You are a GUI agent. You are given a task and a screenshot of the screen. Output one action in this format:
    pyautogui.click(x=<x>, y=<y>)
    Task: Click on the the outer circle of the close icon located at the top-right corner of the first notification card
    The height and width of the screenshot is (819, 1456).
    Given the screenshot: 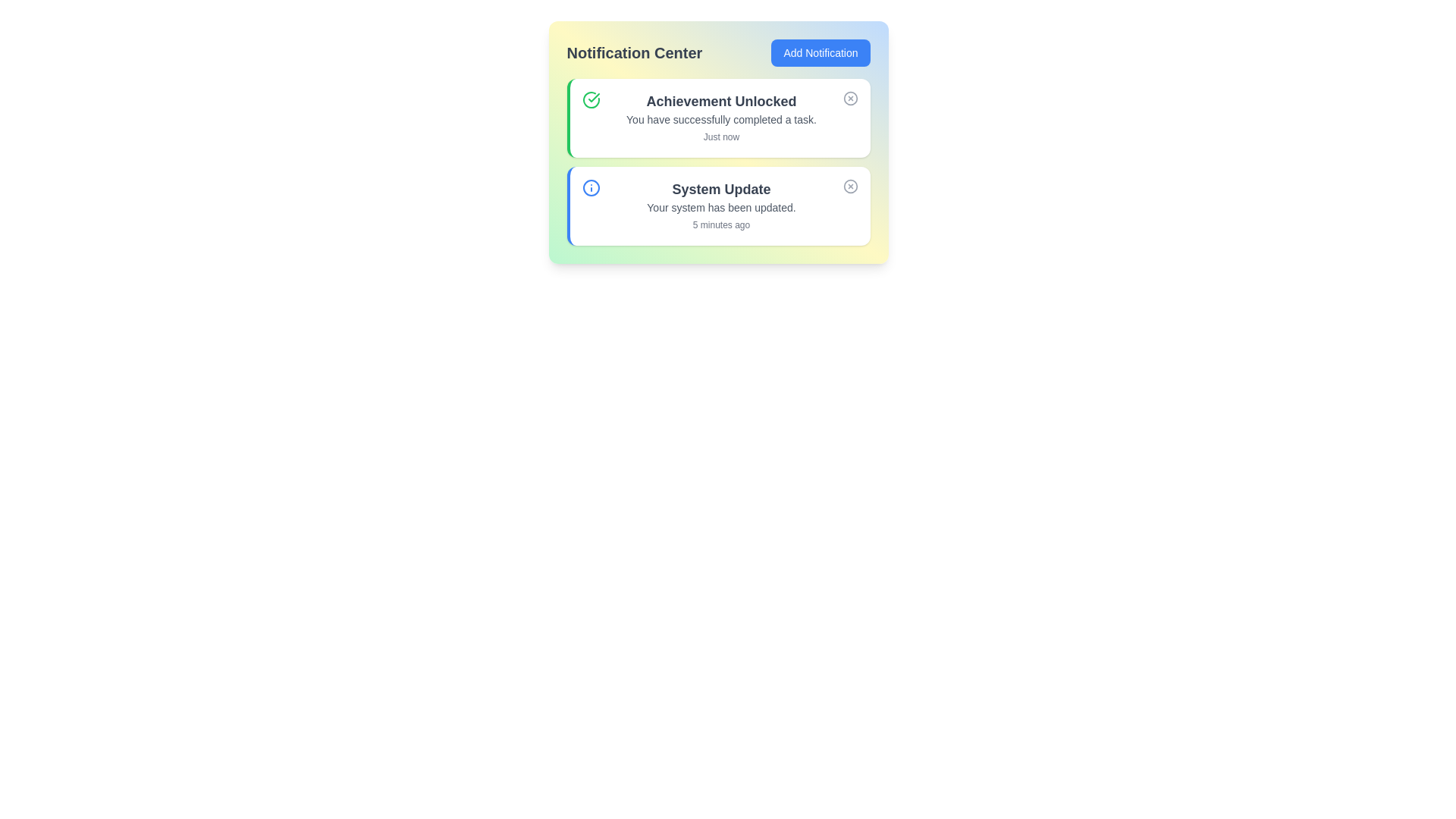 What is the action you would take?
    pyautogui.click(x=850, y=99)
    